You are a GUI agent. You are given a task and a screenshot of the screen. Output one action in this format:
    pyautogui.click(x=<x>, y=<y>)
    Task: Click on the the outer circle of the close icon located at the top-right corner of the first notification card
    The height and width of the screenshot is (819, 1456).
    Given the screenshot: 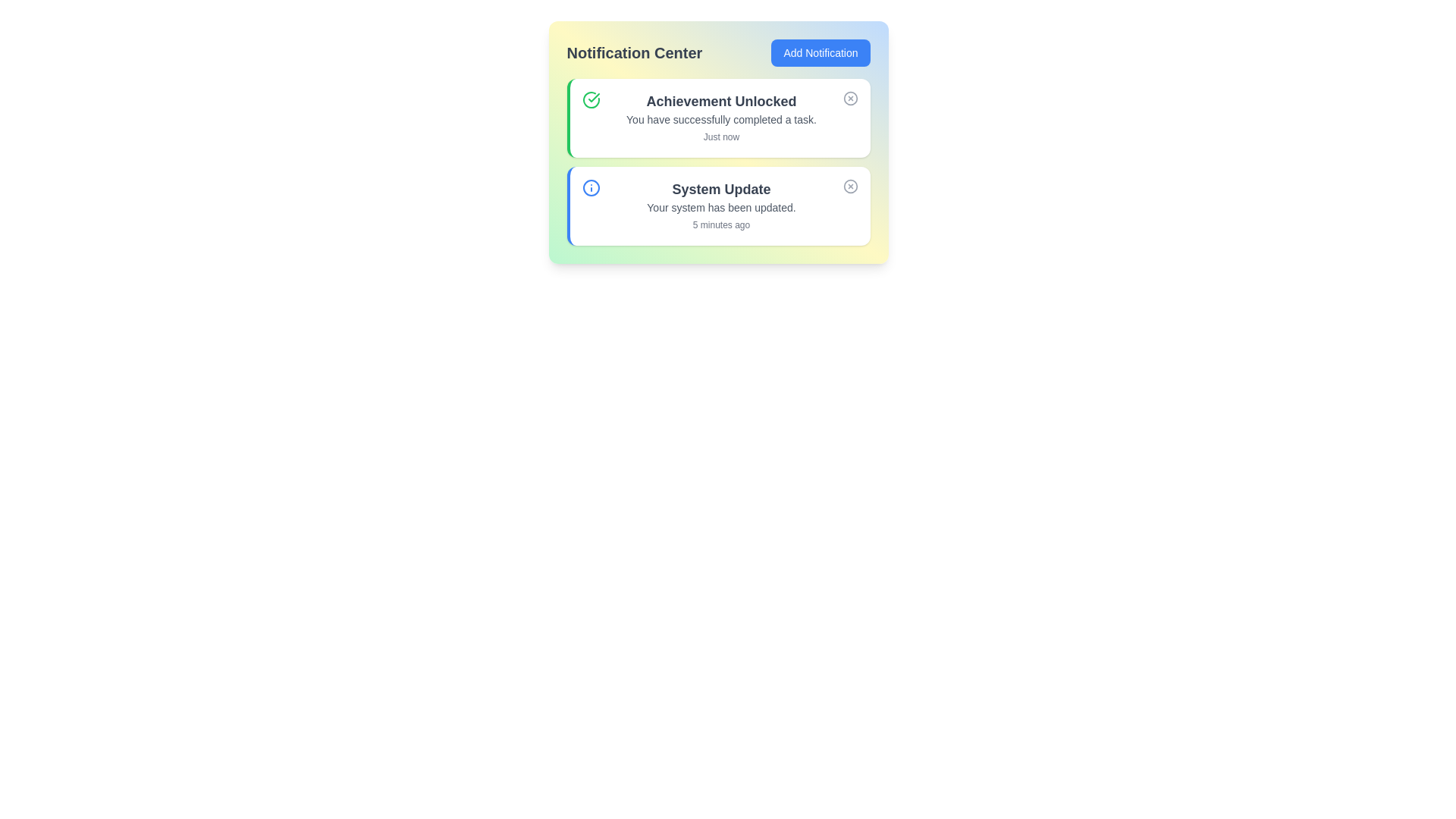 What is the action you would take?
    pyautogui.click(x=850, y=99)
    